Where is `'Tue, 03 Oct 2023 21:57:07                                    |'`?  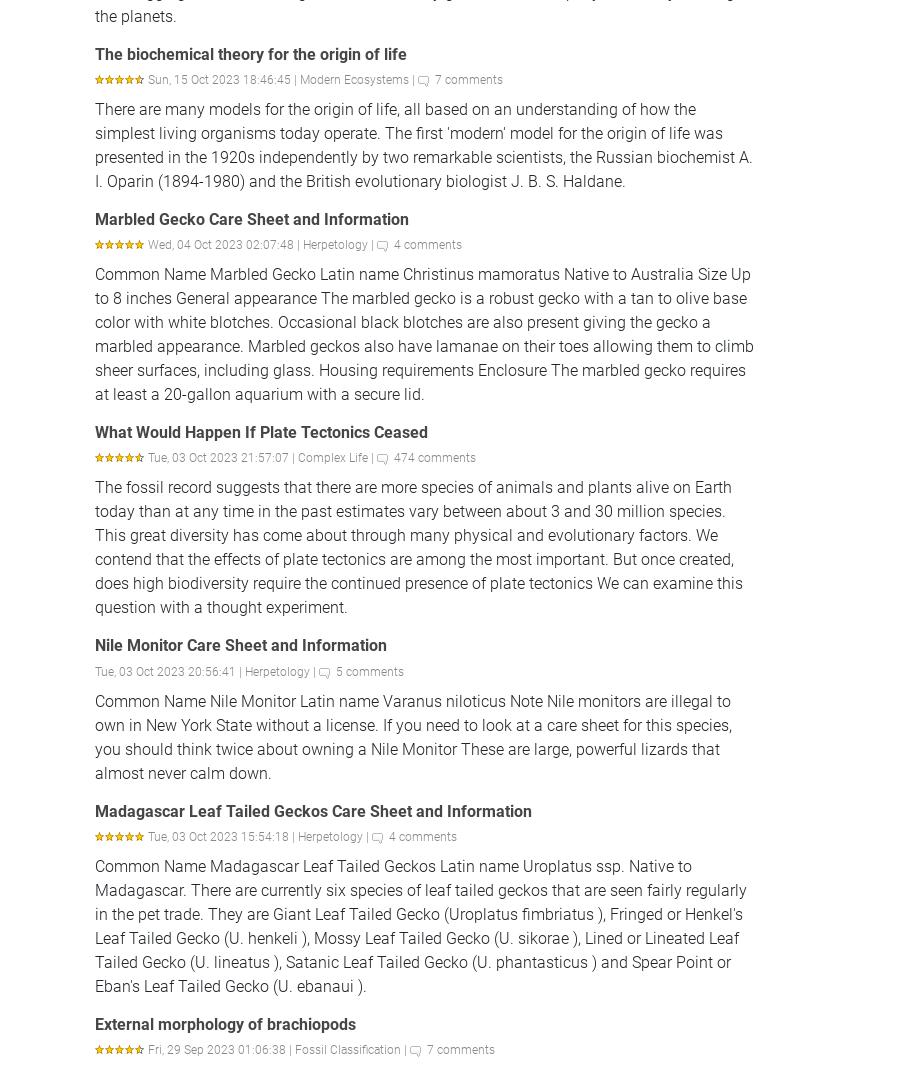
'Tue, 03 Oct 2023 21:57:07                                    |' is located at coordinates (223, 456).